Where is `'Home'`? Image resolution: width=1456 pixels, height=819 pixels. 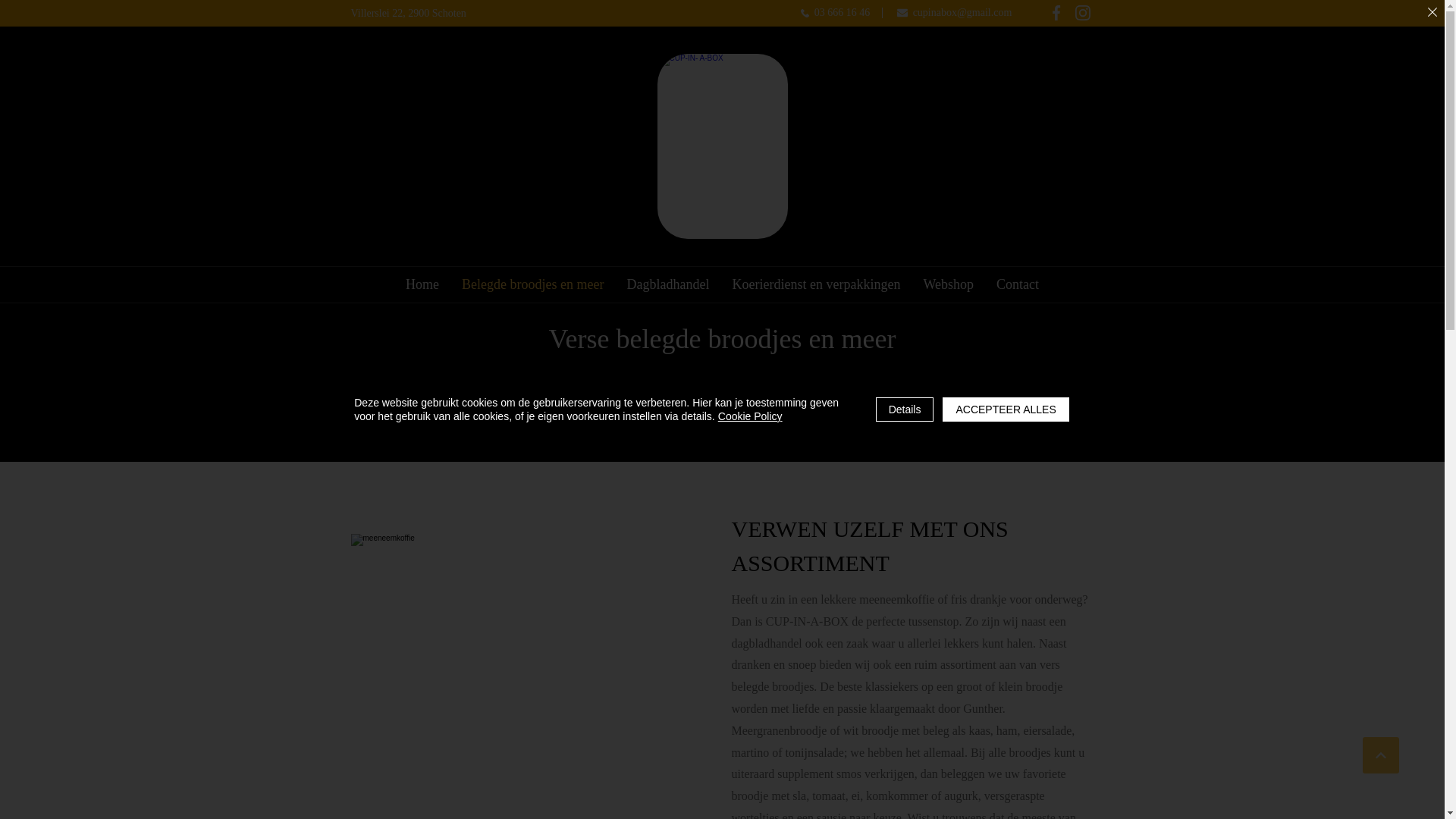 'Home' is located at coordinates (394, 284).